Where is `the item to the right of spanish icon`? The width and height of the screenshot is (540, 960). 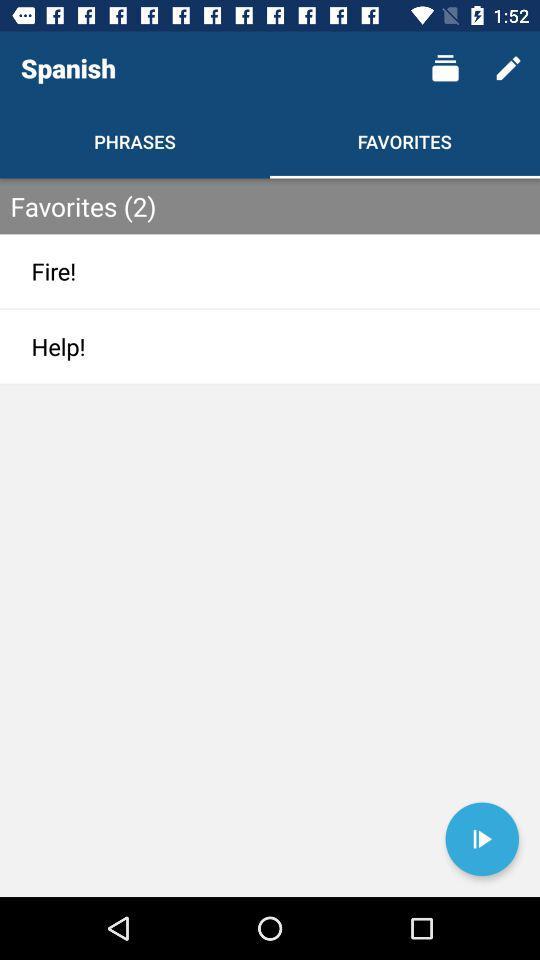
the item to the right of spanish icon is located at coordinates (445, 68).